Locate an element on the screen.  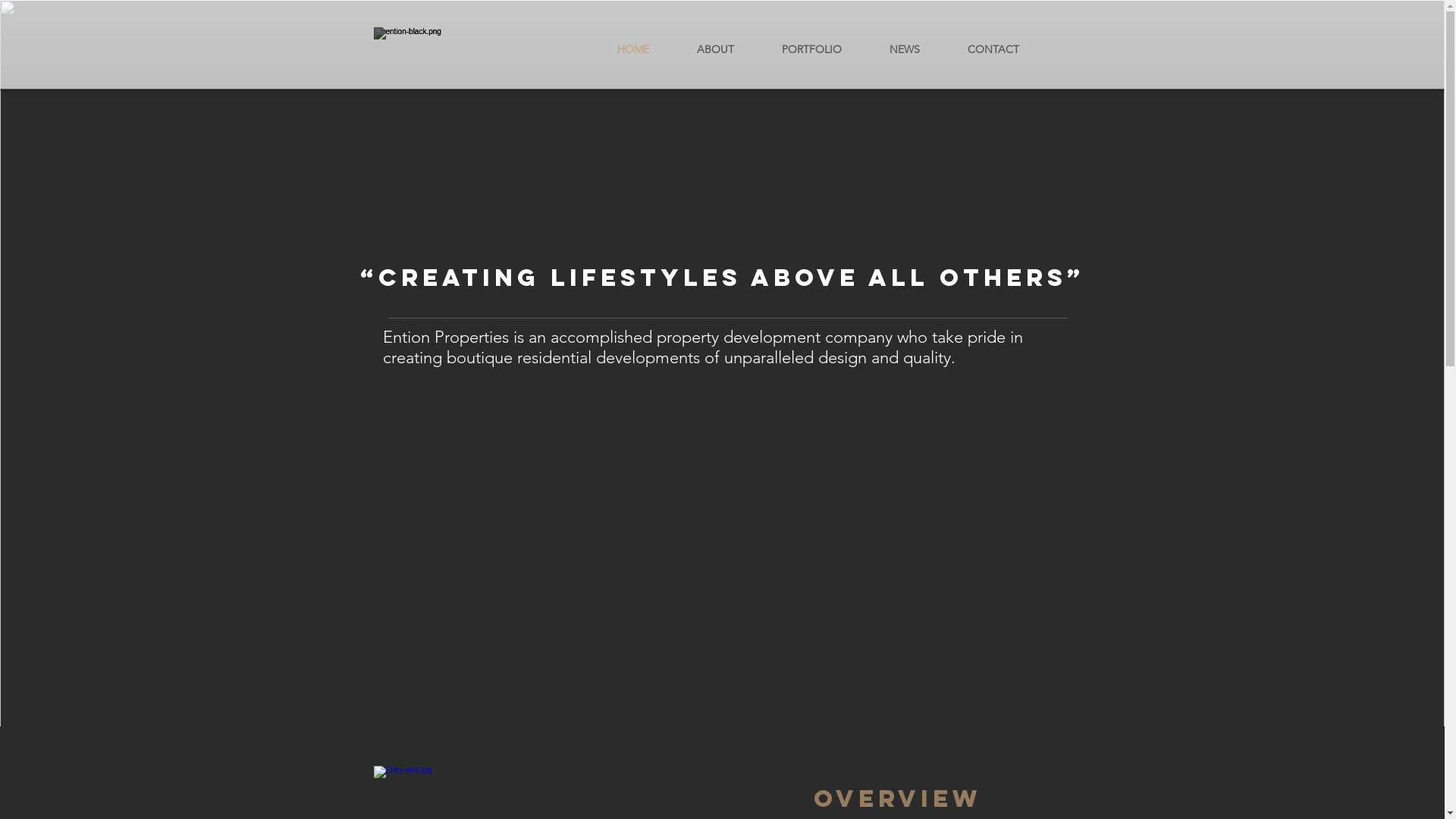
'NEWS' is located at coordinates (905, 49).